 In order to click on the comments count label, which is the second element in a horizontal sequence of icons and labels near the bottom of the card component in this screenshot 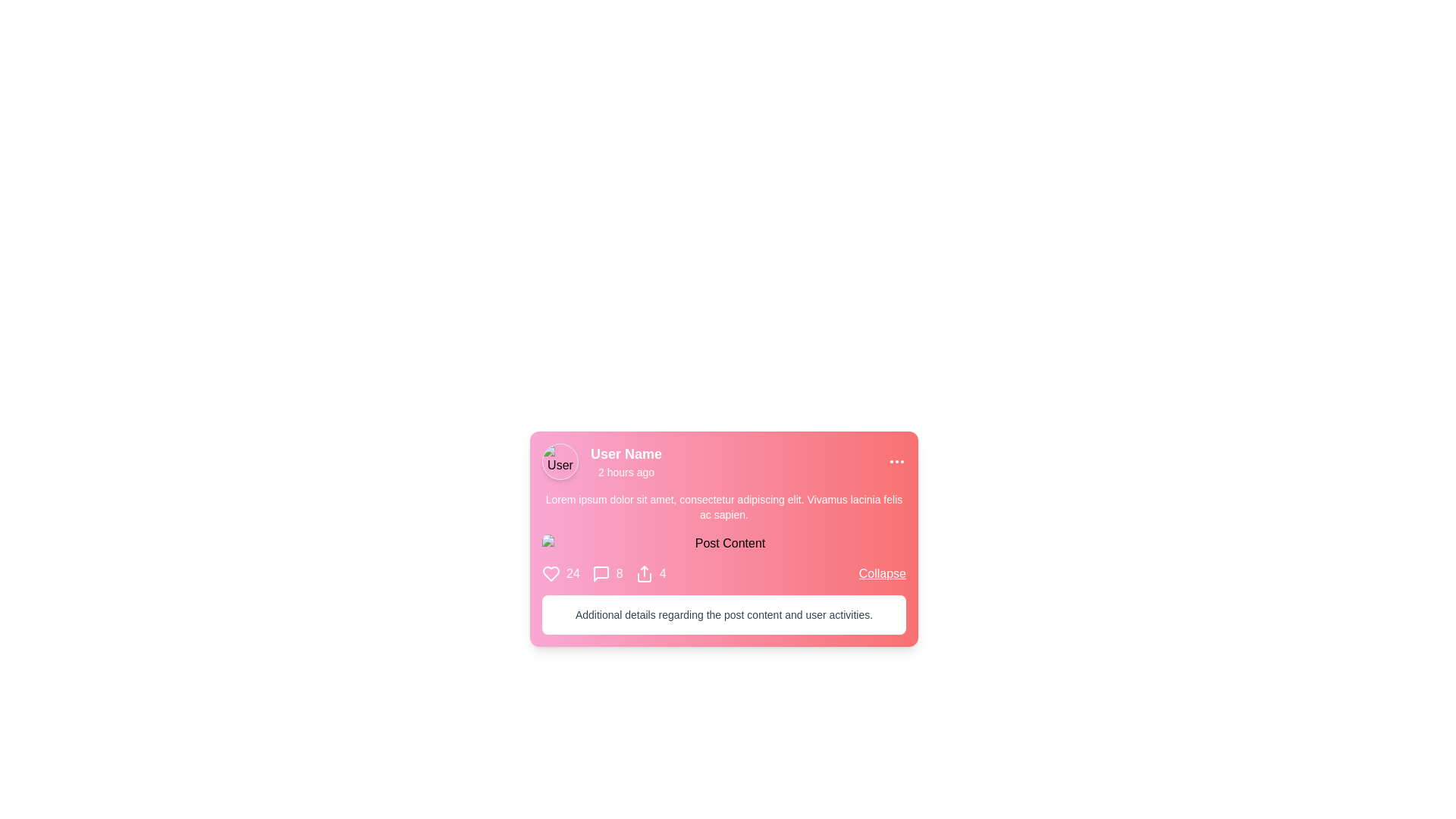, I will do `click(603, 573)`.